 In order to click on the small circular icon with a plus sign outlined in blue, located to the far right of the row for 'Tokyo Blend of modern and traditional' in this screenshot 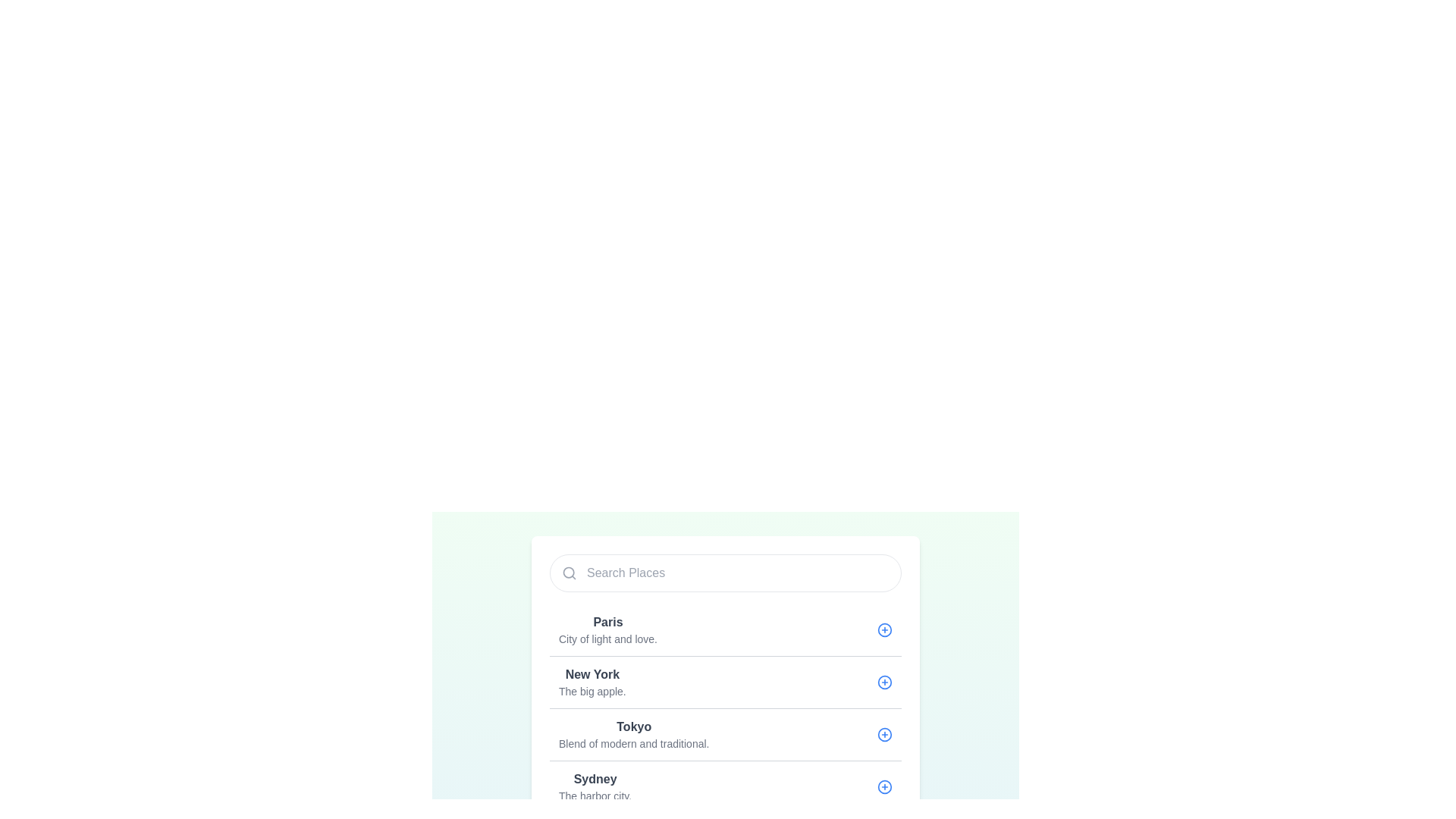, I will do `click(884, 733)`.